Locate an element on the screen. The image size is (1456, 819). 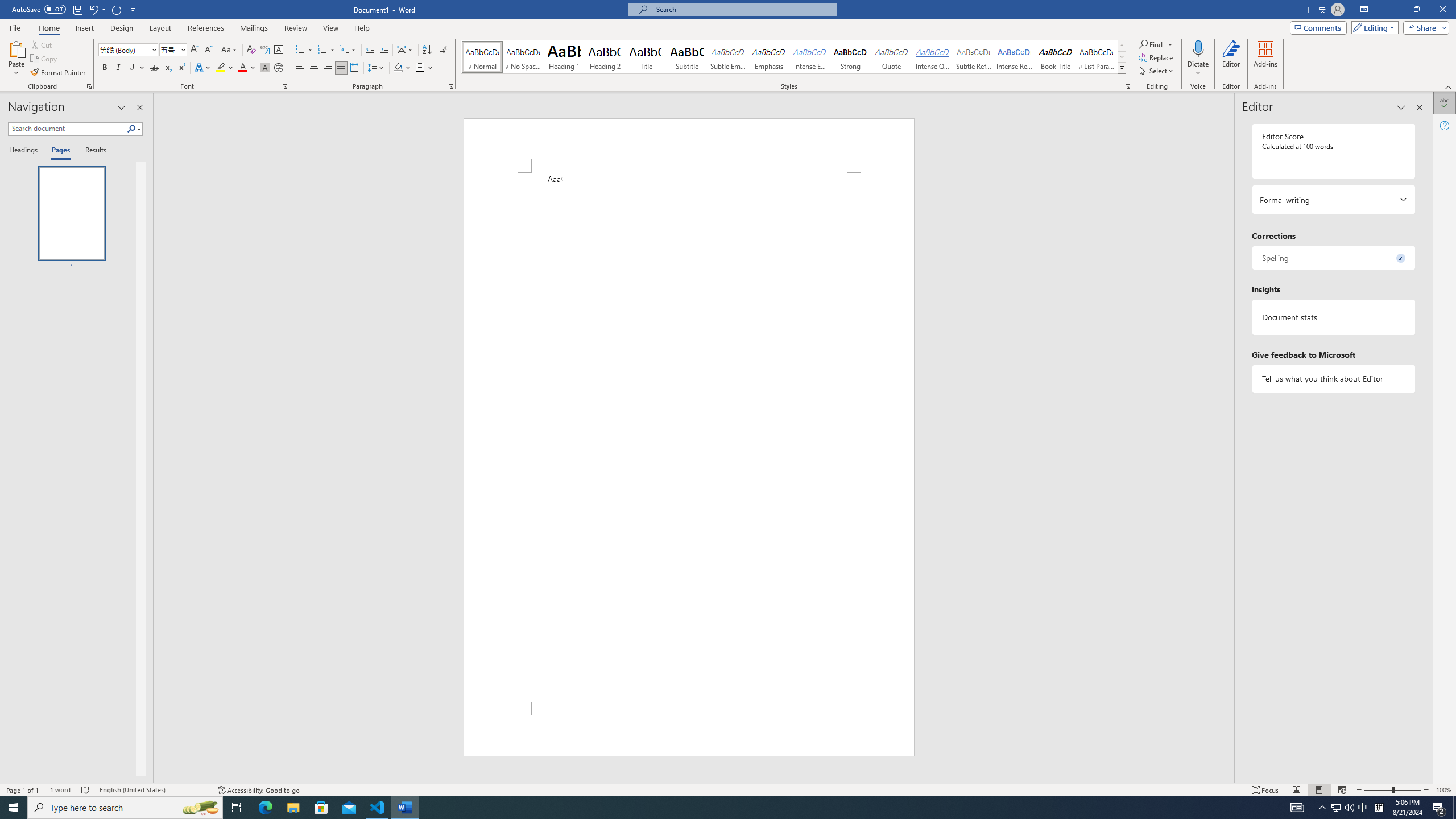
'Select' is located at coordinates (1157, 69).